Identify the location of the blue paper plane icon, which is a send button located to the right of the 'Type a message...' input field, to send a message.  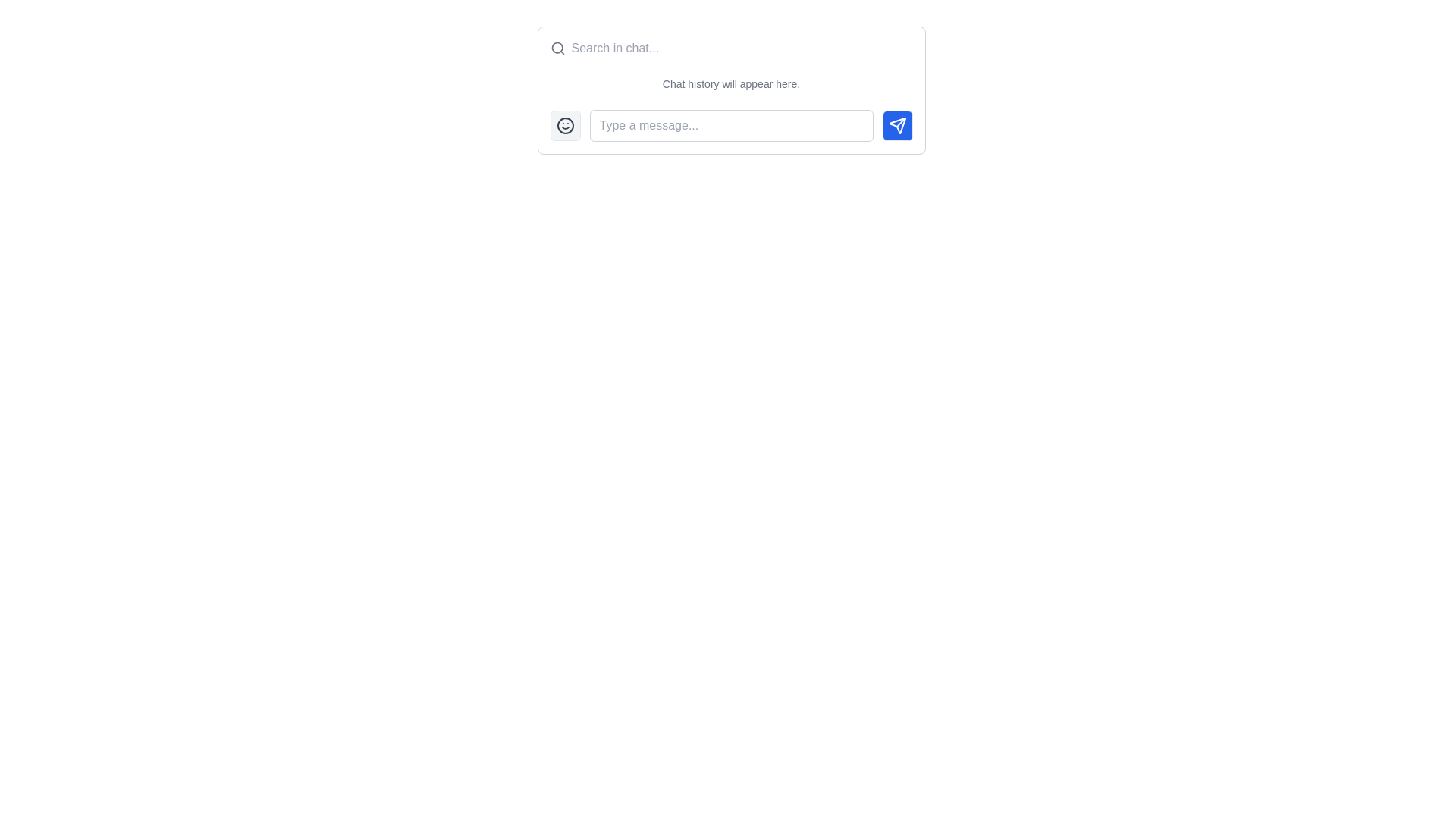
(897, 124).